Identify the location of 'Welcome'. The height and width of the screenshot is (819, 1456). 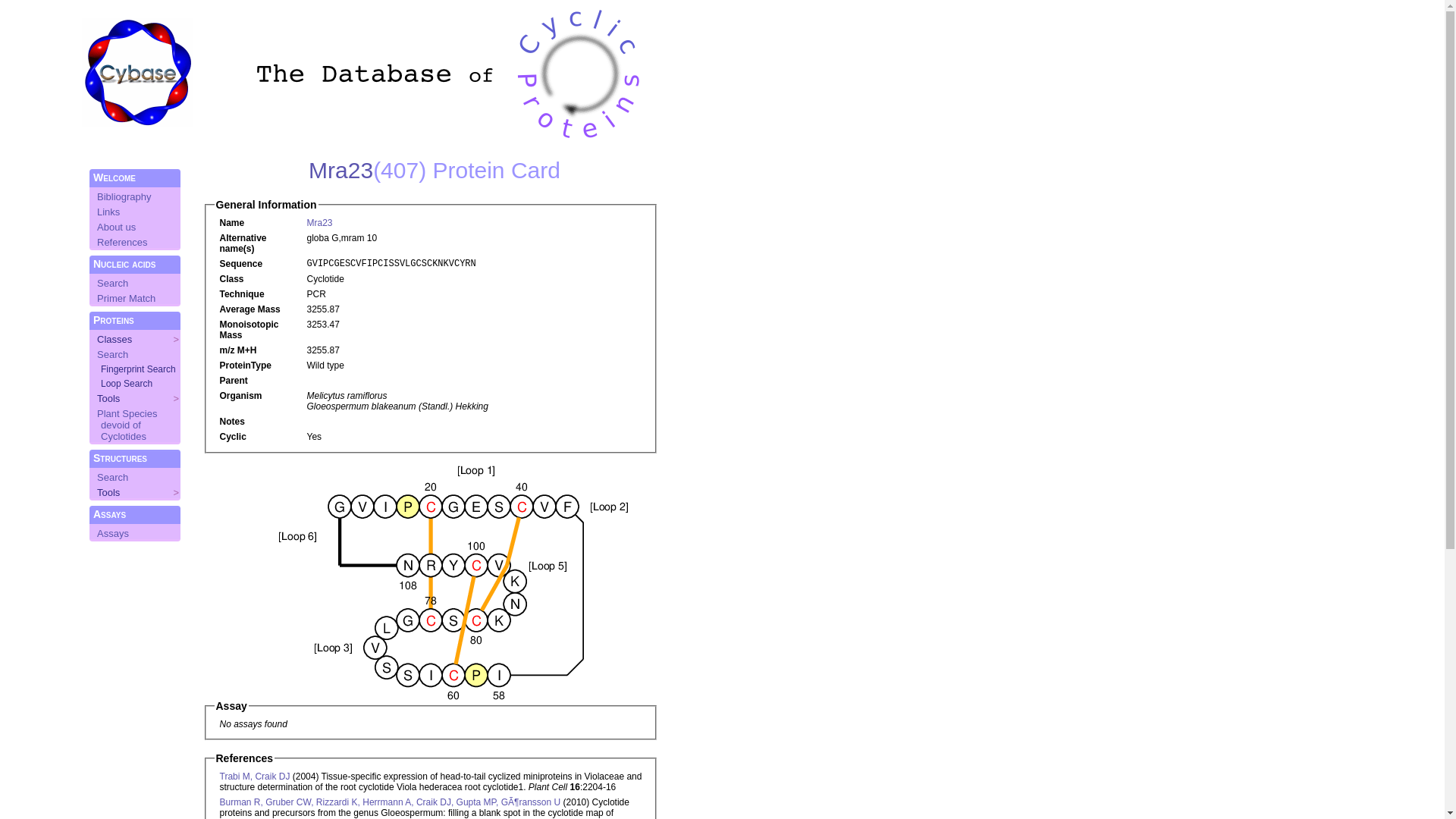
(113, 177).